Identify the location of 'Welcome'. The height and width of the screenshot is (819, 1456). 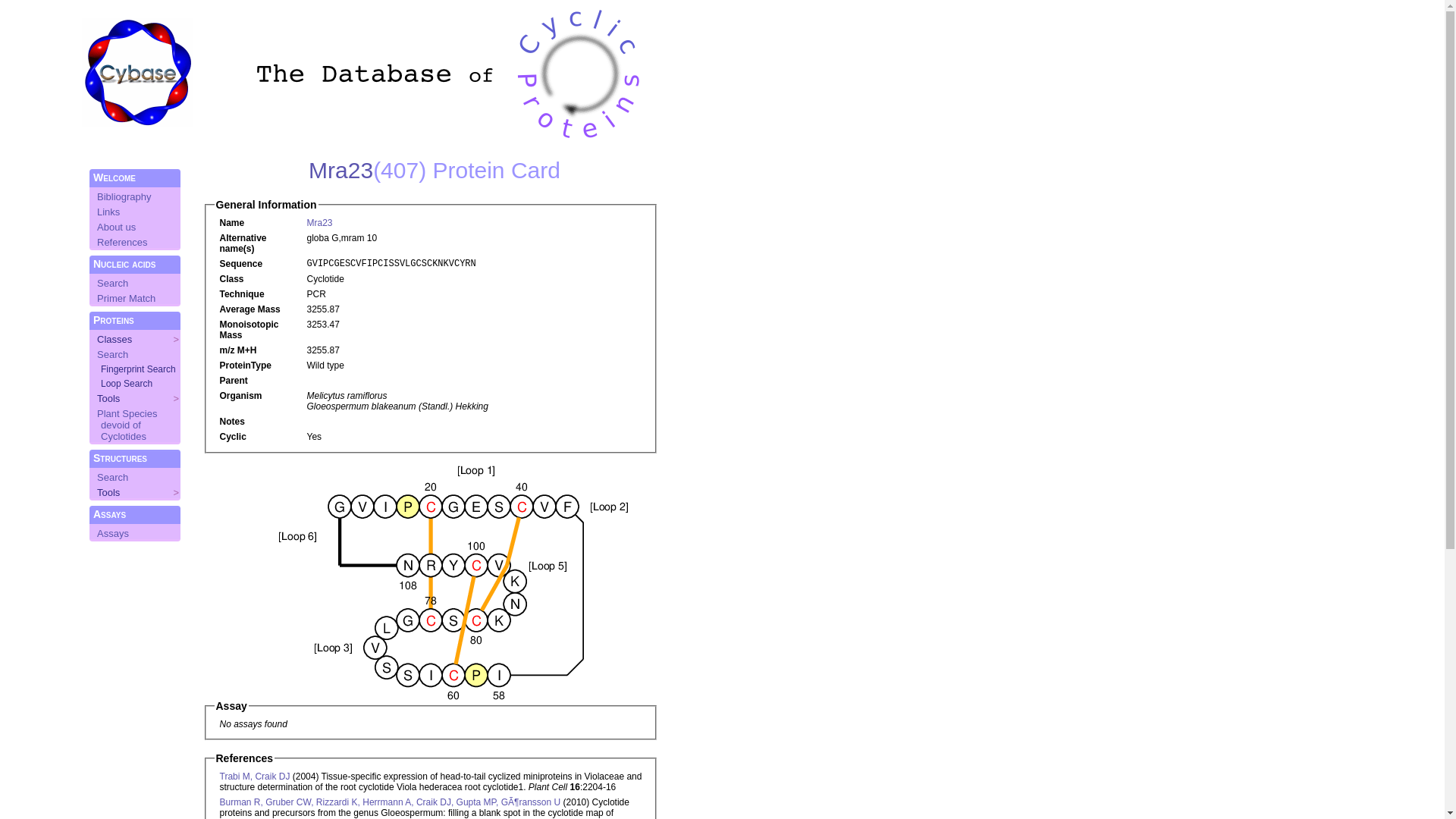
(113, 177).